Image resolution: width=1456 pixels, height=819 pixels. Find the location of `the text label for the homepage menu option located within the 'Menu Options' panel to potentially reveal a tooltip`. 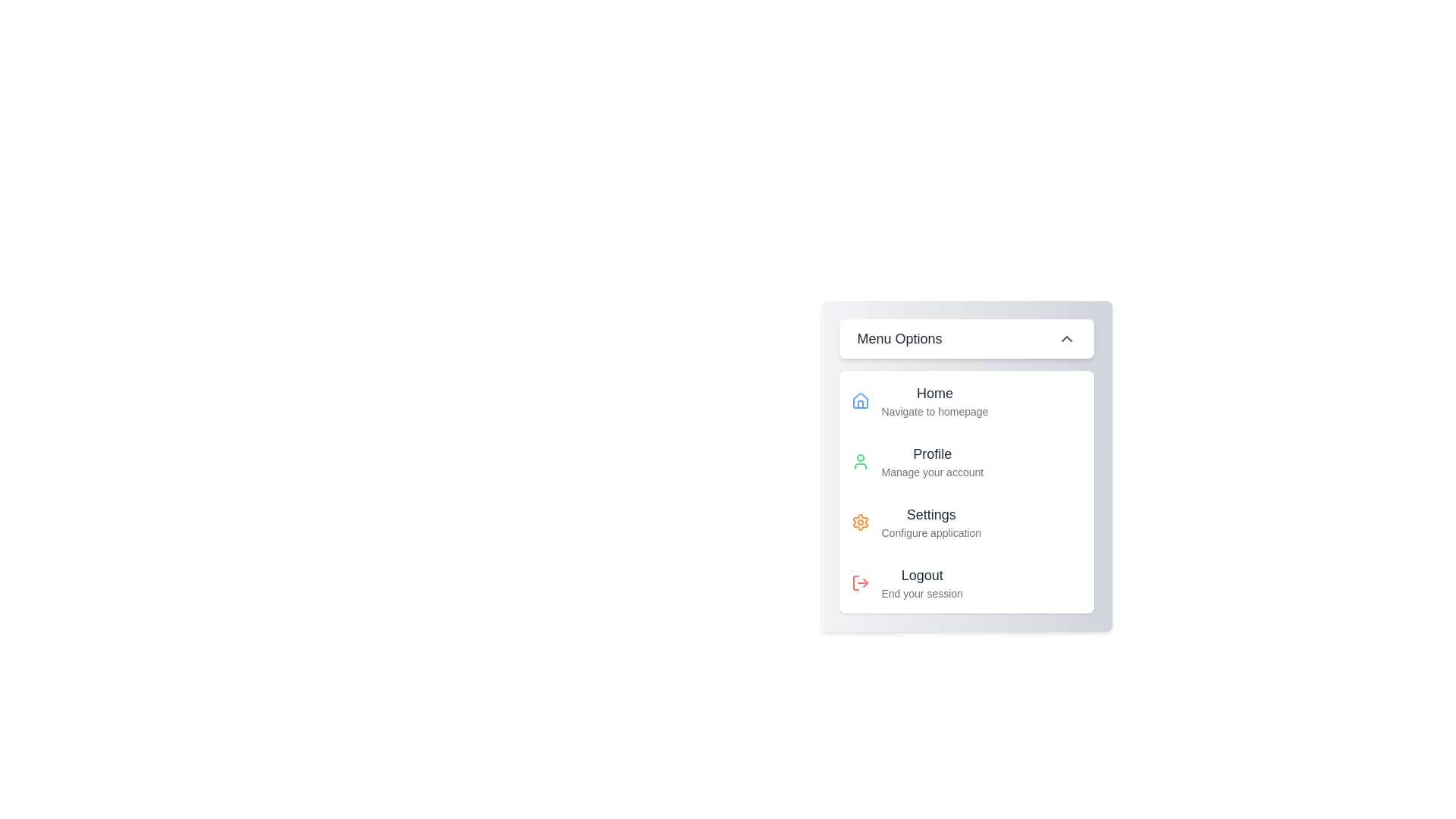

the text label for the homepage menu option located within the 'Menu Options' panel to potentially reveal a tooltip is located at coordinates (934, 400).